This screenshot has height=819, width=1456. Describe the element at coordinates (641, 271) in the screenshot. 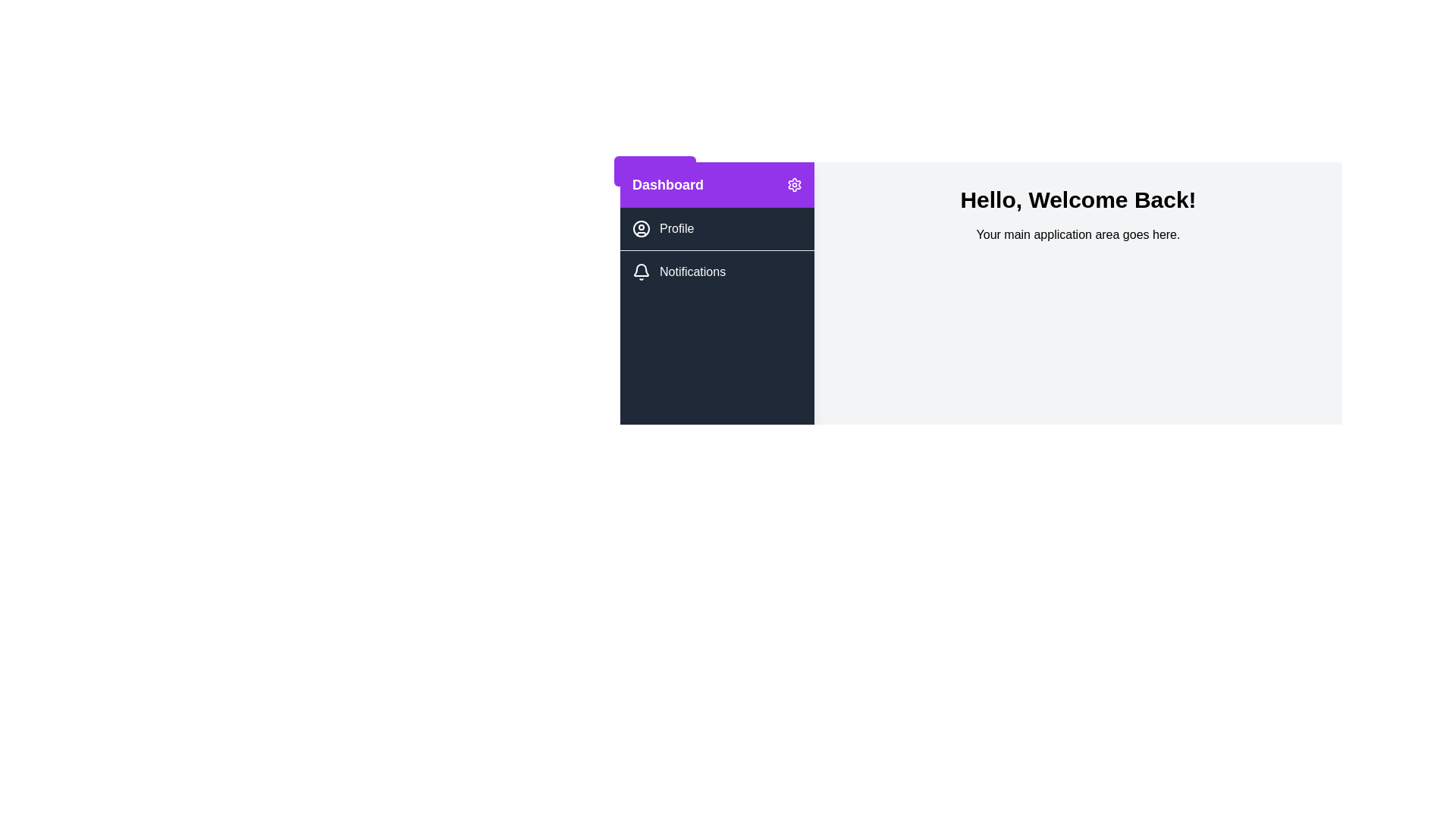

I see `the notification icon located in the left sidebar under the 'Dashboard' section, next to the text 'Notifications'` at that location.